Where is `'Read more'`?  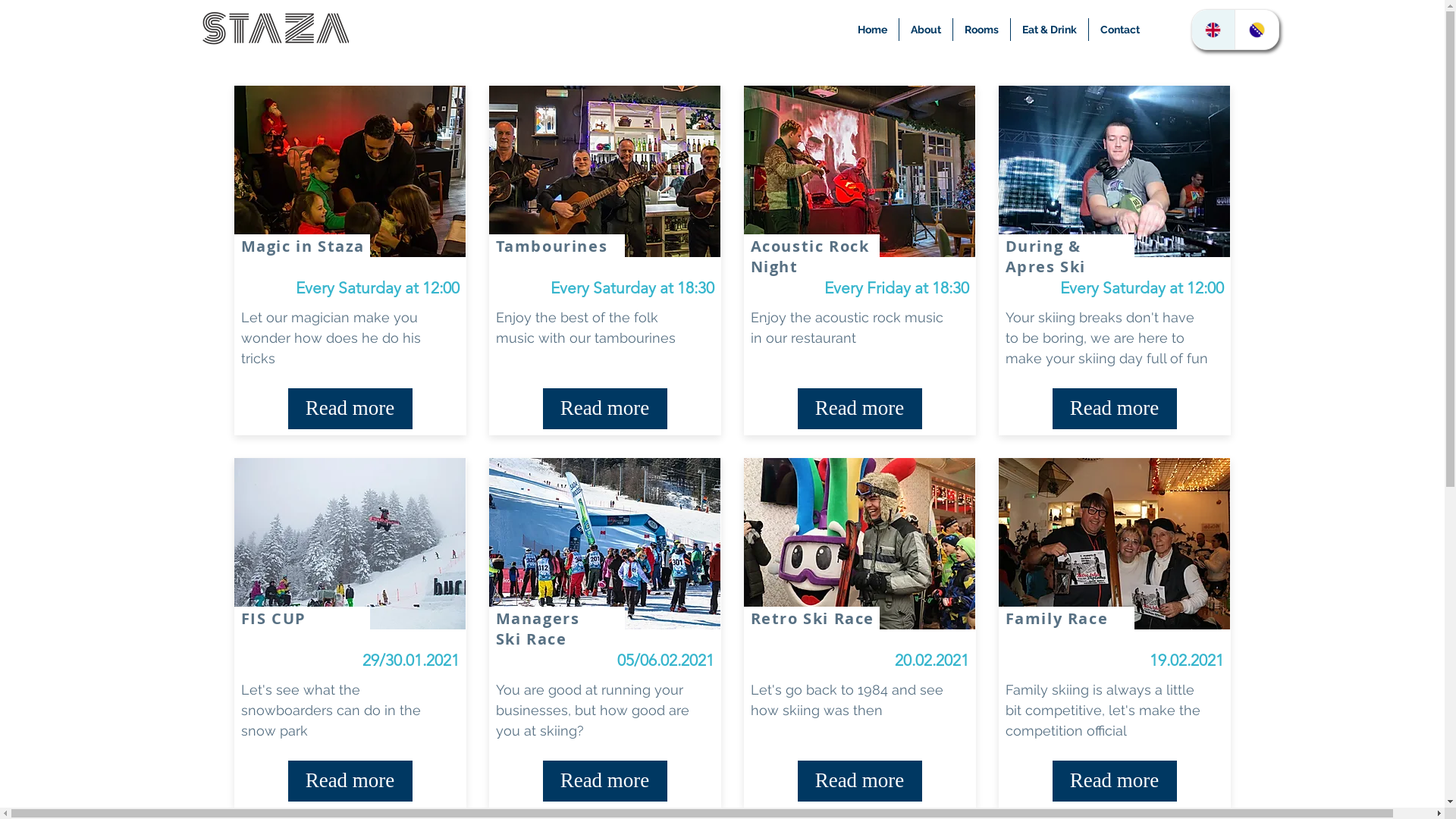 'Read more' is located at coordinates (1114, 408).